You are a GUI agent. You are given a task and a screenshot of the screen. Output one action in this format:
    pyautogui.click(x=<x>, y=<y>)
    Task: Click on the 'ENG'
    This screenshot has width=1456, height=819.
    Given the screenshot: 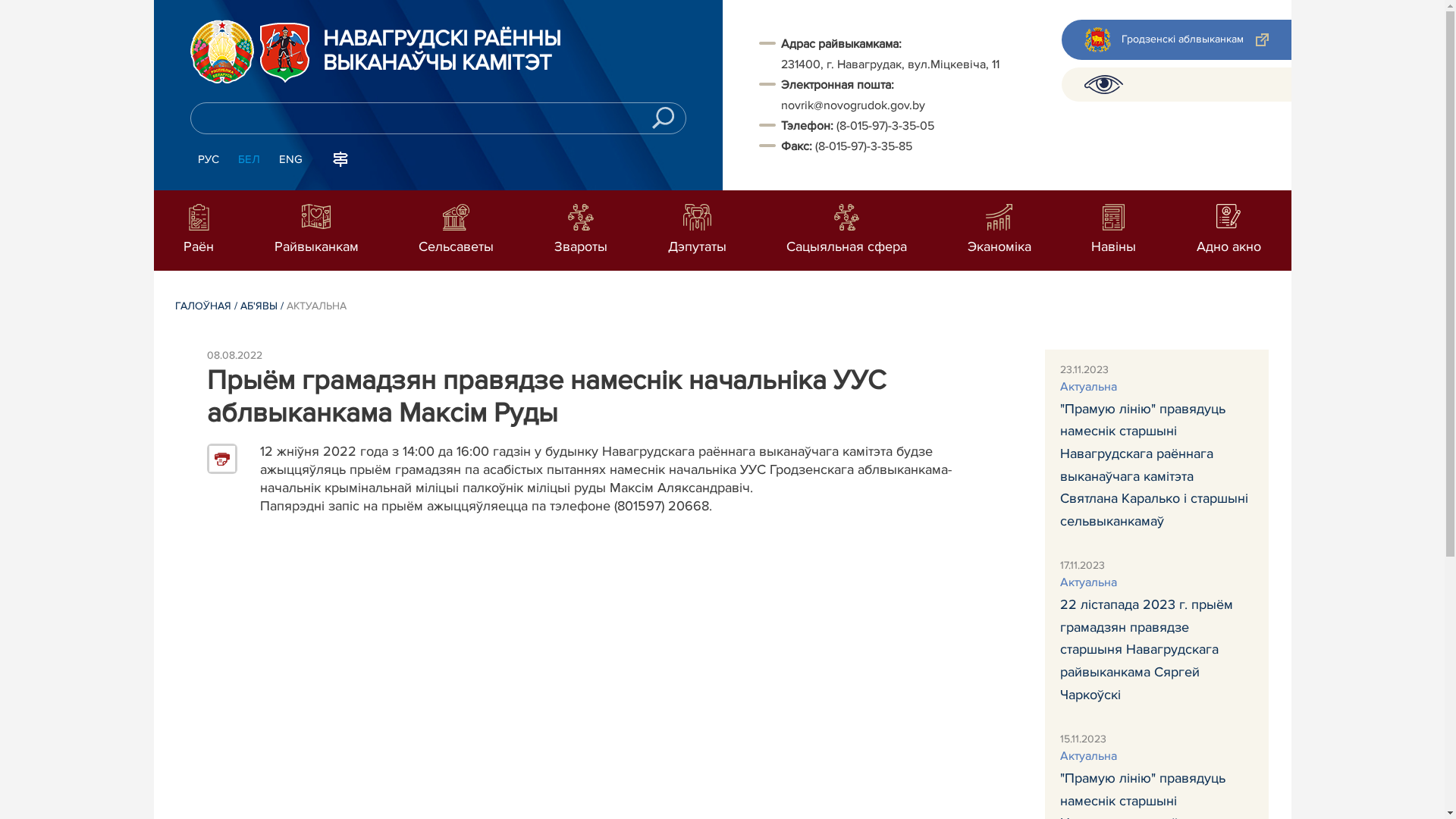 What is the action you would take?
    pyautogui.click(x=290, y=160)
    